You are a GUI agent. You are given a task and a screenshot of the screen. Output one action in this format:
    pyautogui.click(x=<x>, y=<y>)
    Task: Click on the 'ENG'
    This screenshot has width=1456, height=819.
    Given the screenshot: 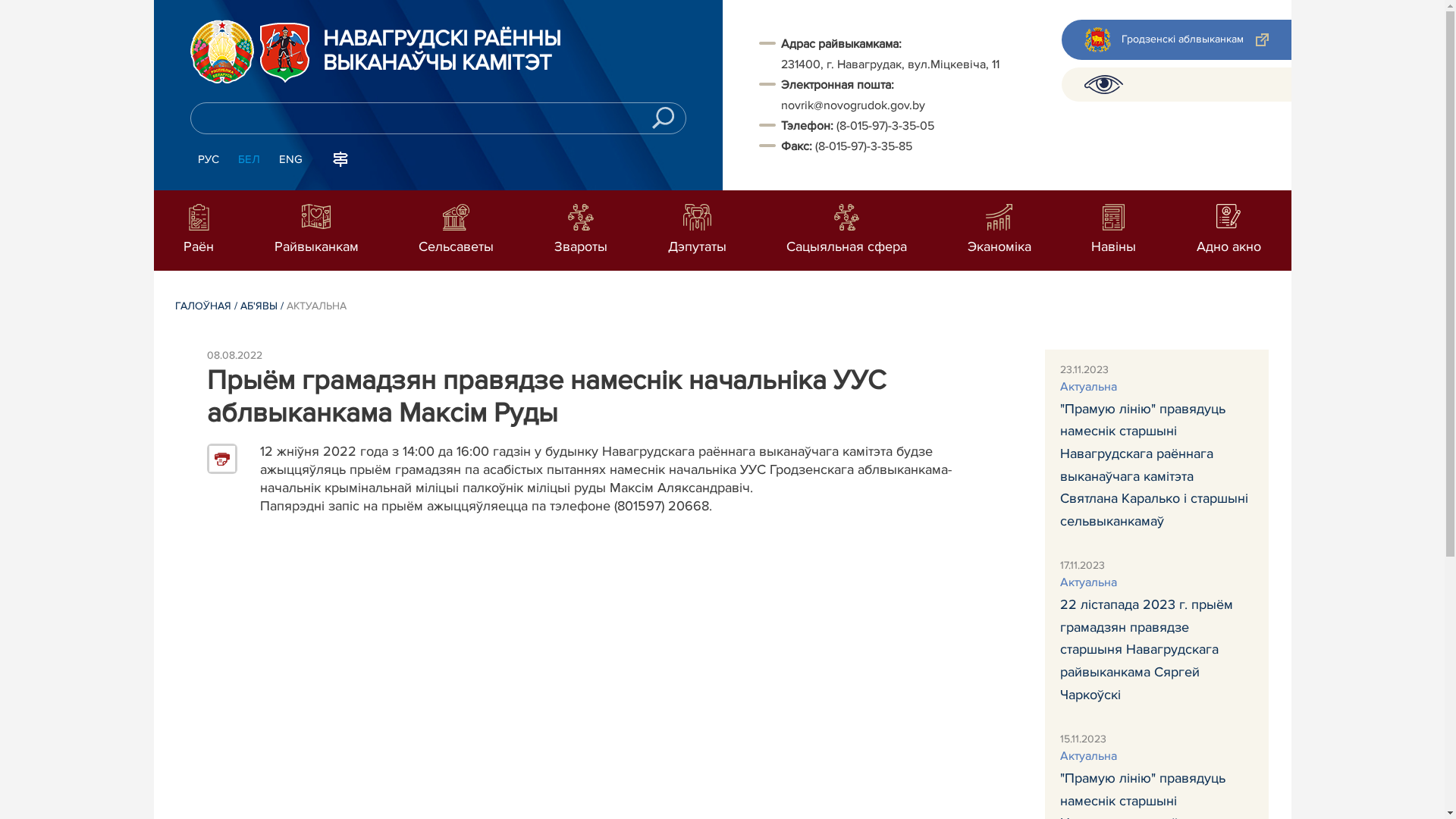 What is the action you would take?
    pyautogui.click(x=290, y=160)
    